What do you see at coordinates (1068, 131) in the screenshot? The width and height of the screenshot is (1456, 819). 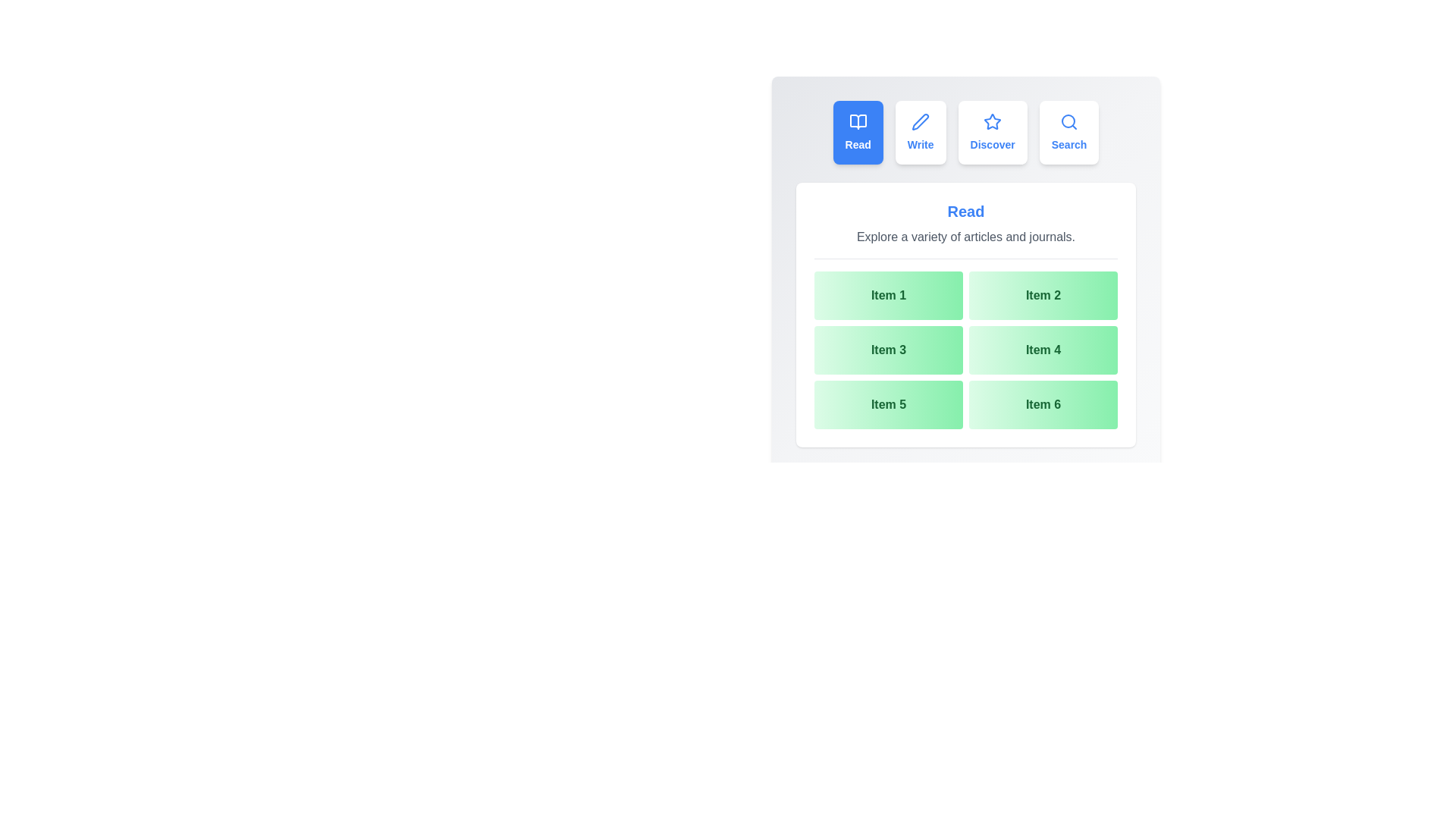 I see `the tab labeled Search to preview its hover effect` at bounding box center [1068, 131].